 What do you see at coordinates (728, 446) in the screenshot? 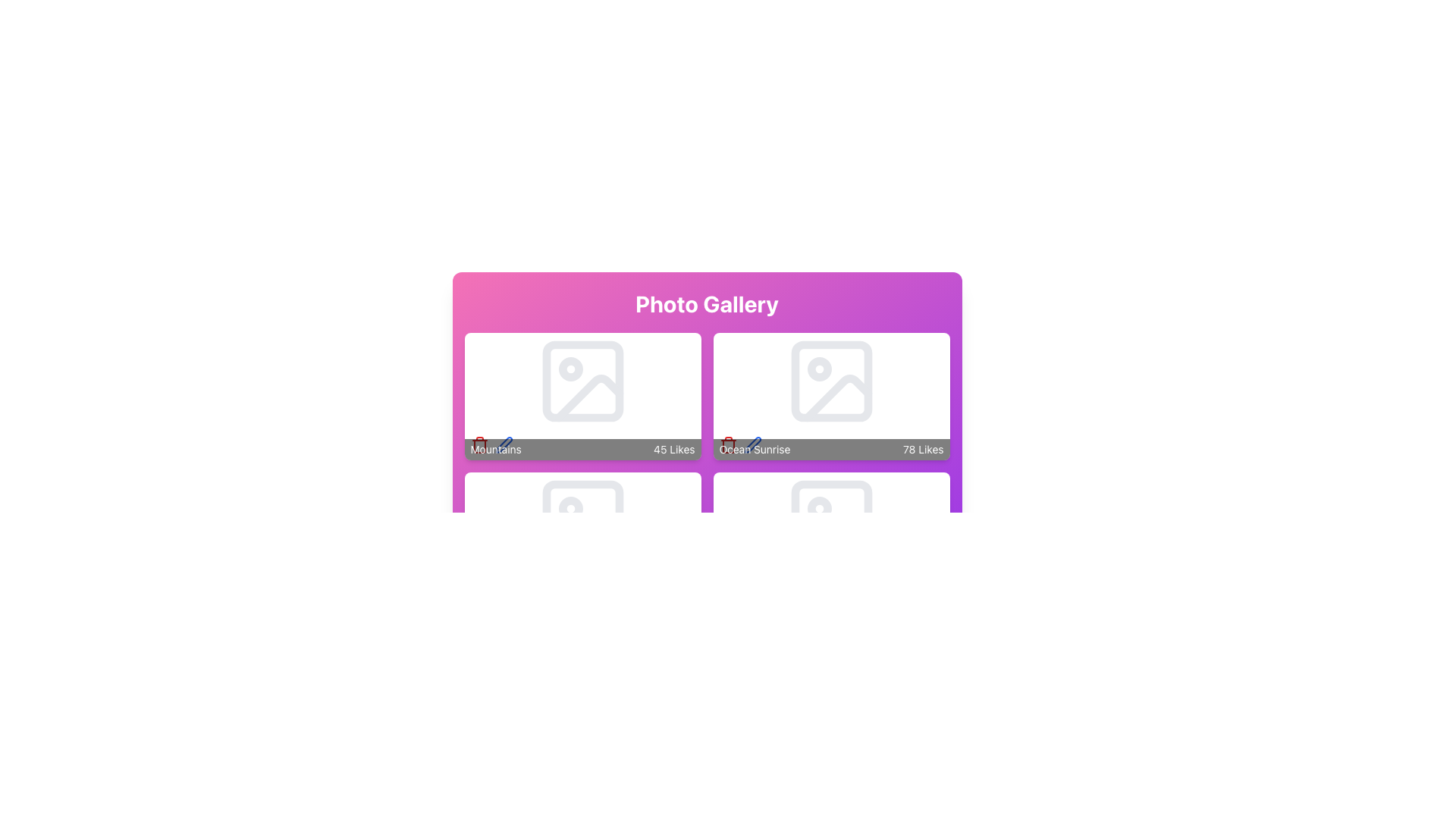
I see `the delete icon button, which is represented by a trash bin icon located` at bounding box center [728, 446].